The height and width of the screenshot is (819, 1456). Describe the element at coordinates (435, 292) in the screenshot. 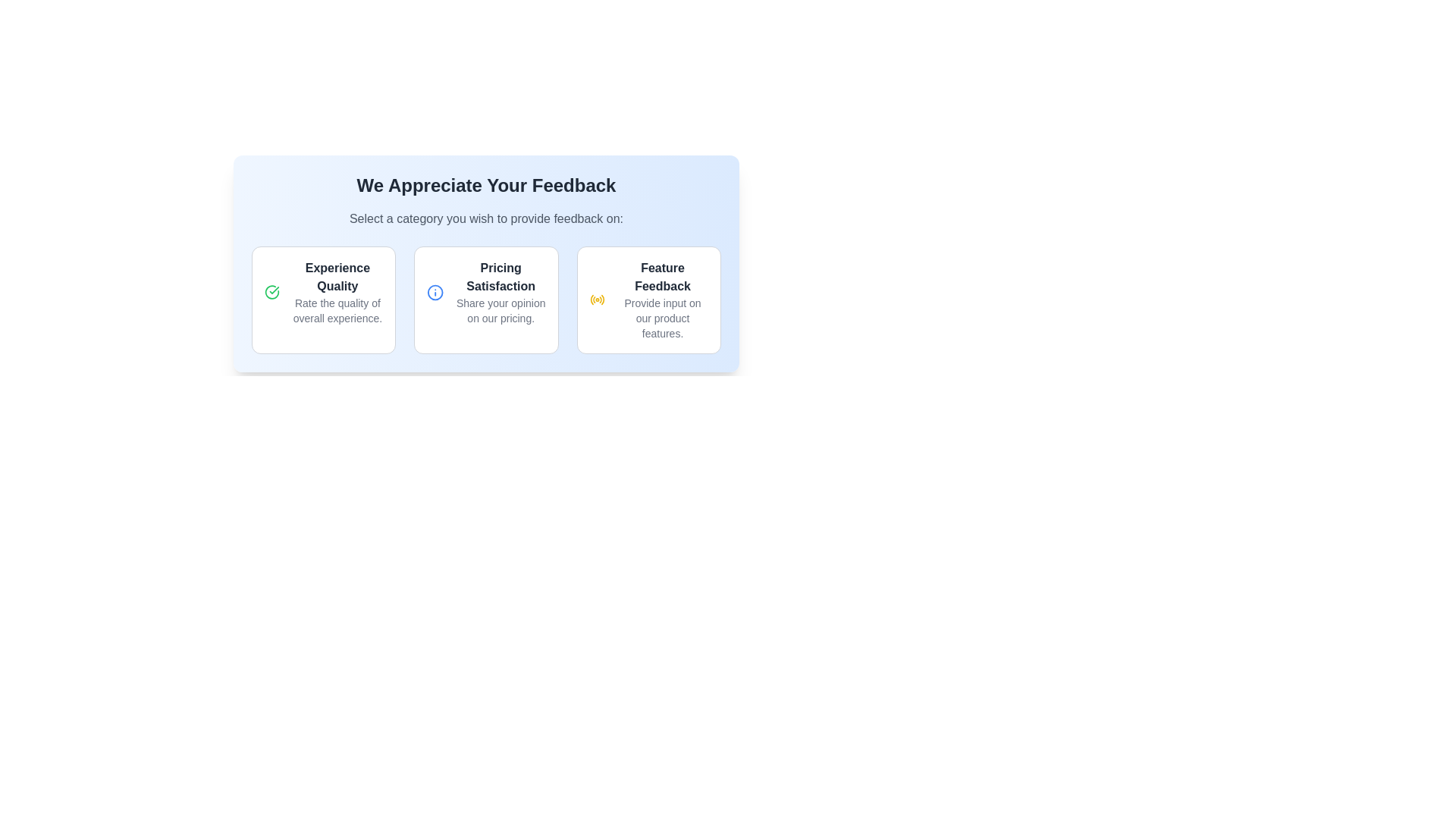

I see `the informational icon located in the middle of the 'Pricing Satisfaction' card, which is part of the three horizontally displayed cards under the 'We Appreciate Your Feedback' heading` at that location.